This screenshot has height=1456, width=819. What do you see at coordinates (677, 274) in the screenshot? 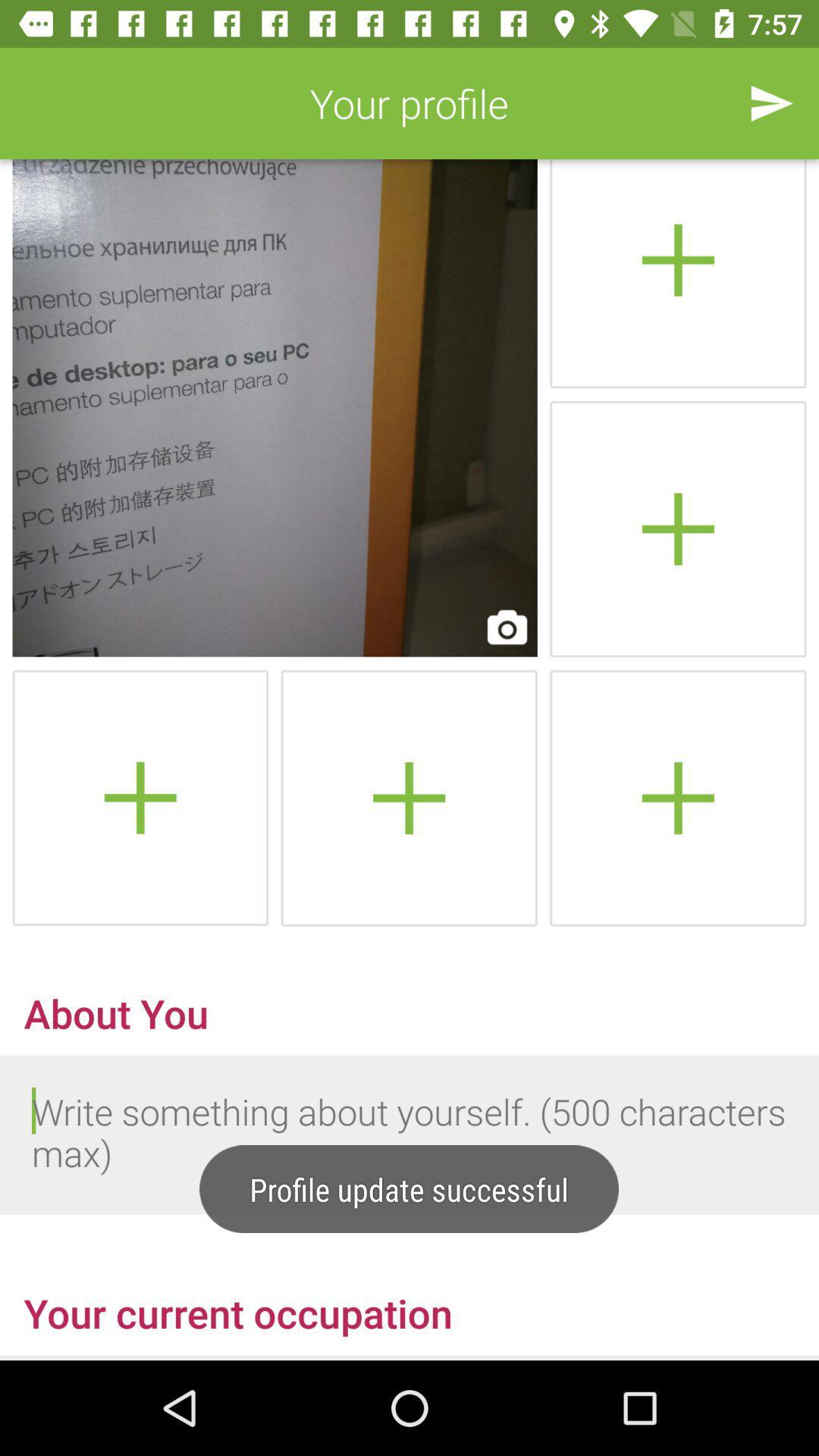
I see `upload or add photo` at bounding box center [677, 274].